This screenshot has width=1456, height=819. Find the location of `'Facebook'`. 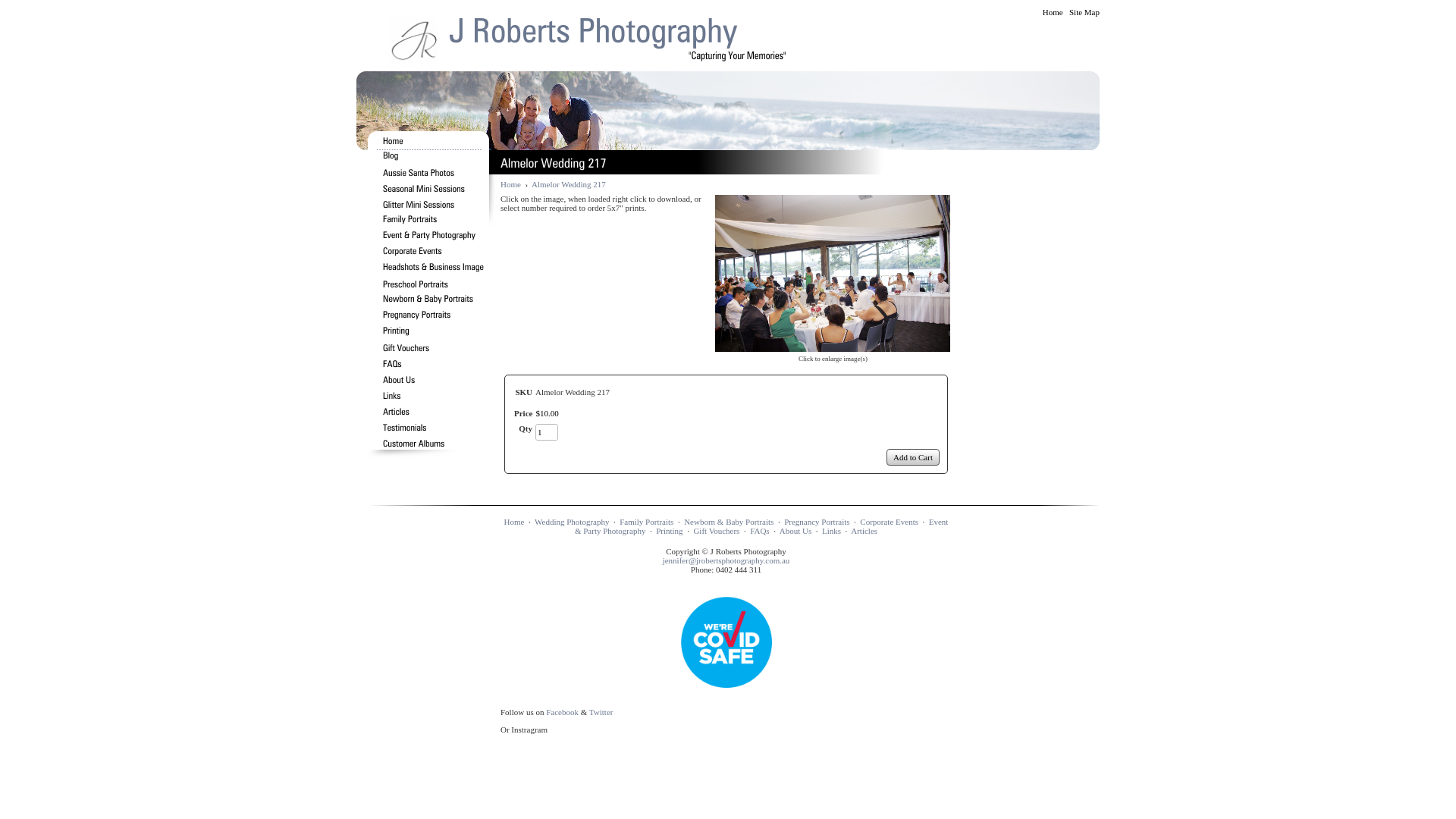

'Facebook' is located at coordinates (561, 711).